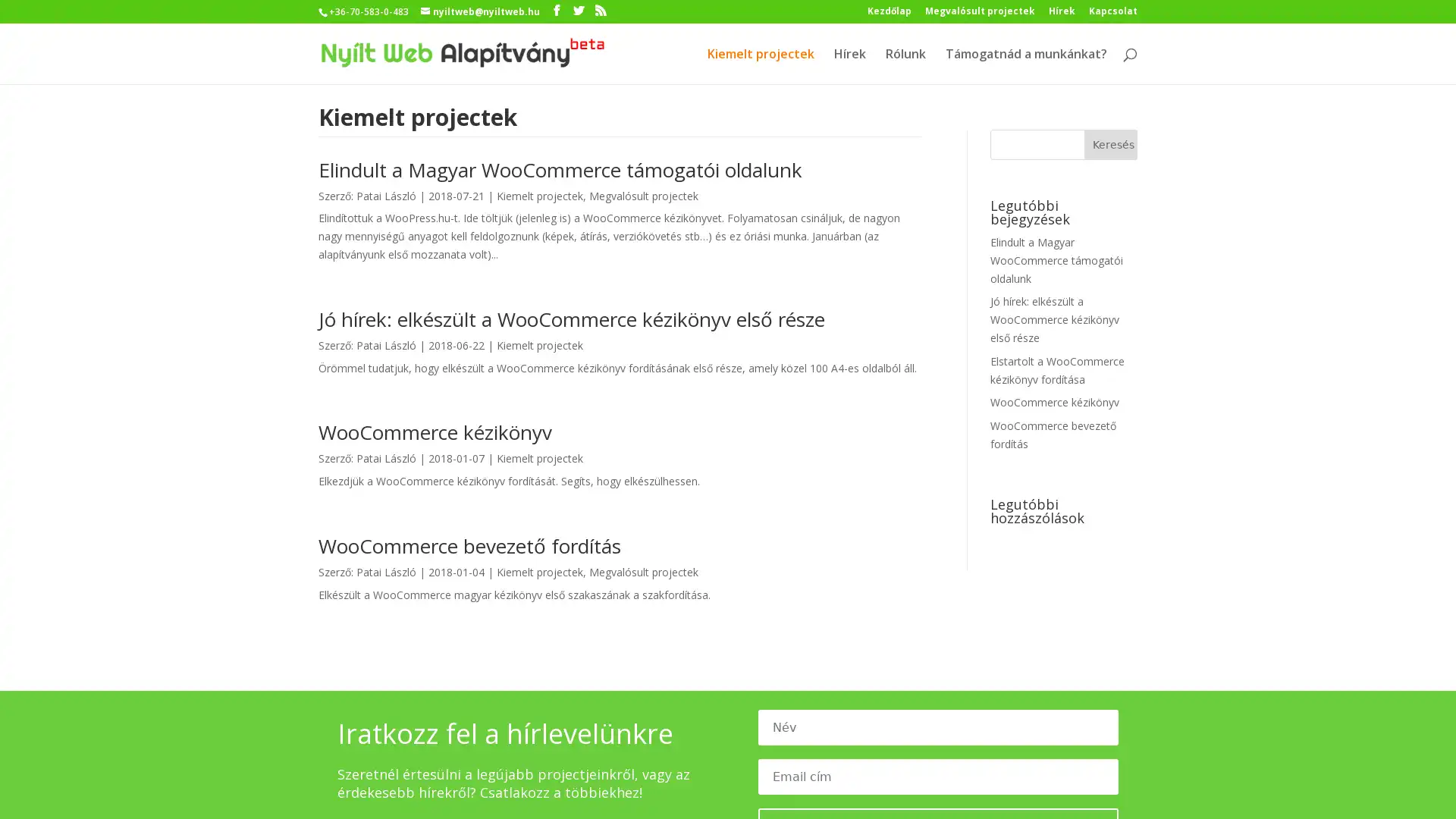  I want to click on Kereses, so click(1110, 143).